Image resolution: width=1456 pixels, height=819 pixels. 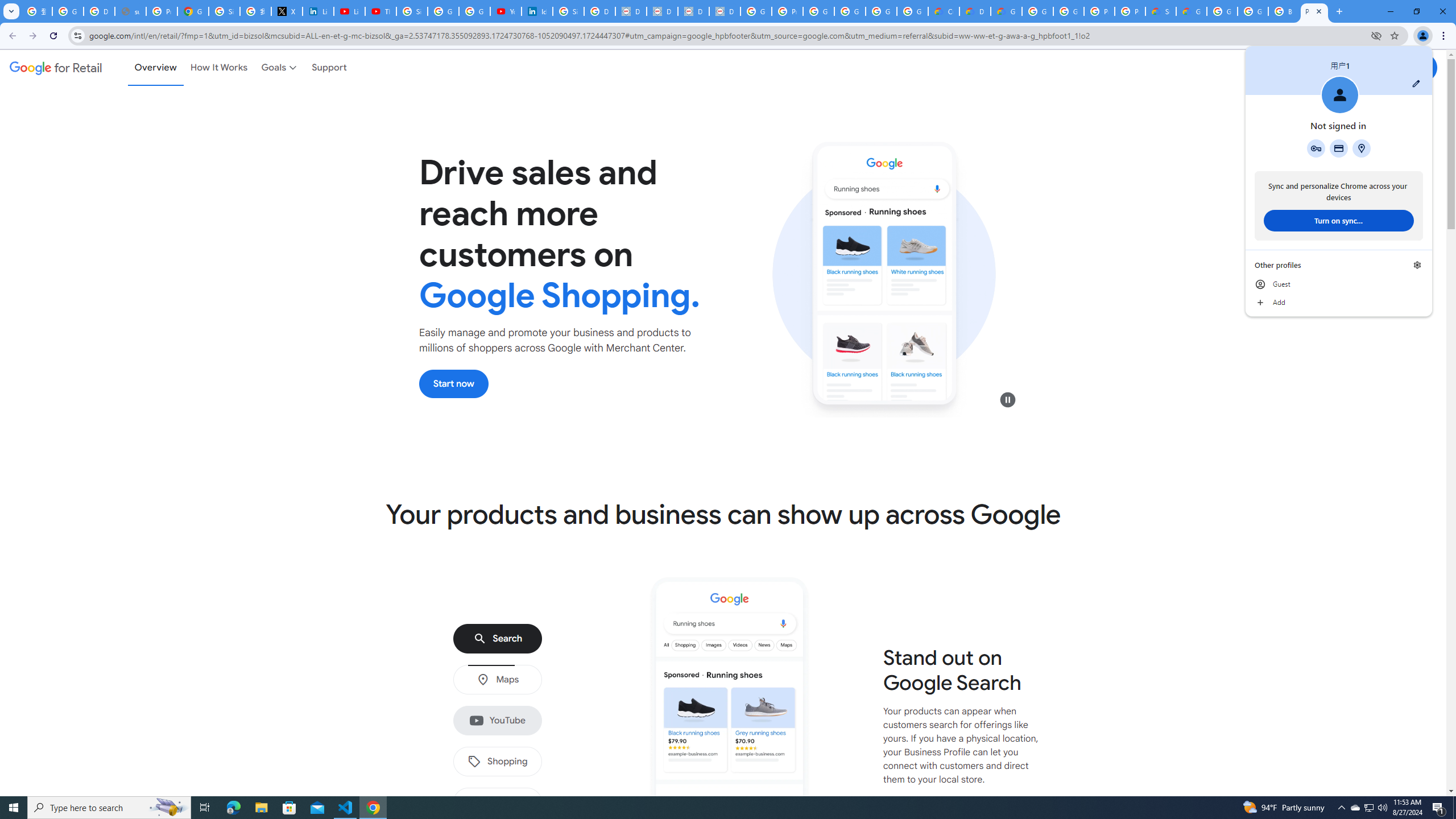 I want to click on 'Customer Care | Google Cloud', so click(x=943, y=11).